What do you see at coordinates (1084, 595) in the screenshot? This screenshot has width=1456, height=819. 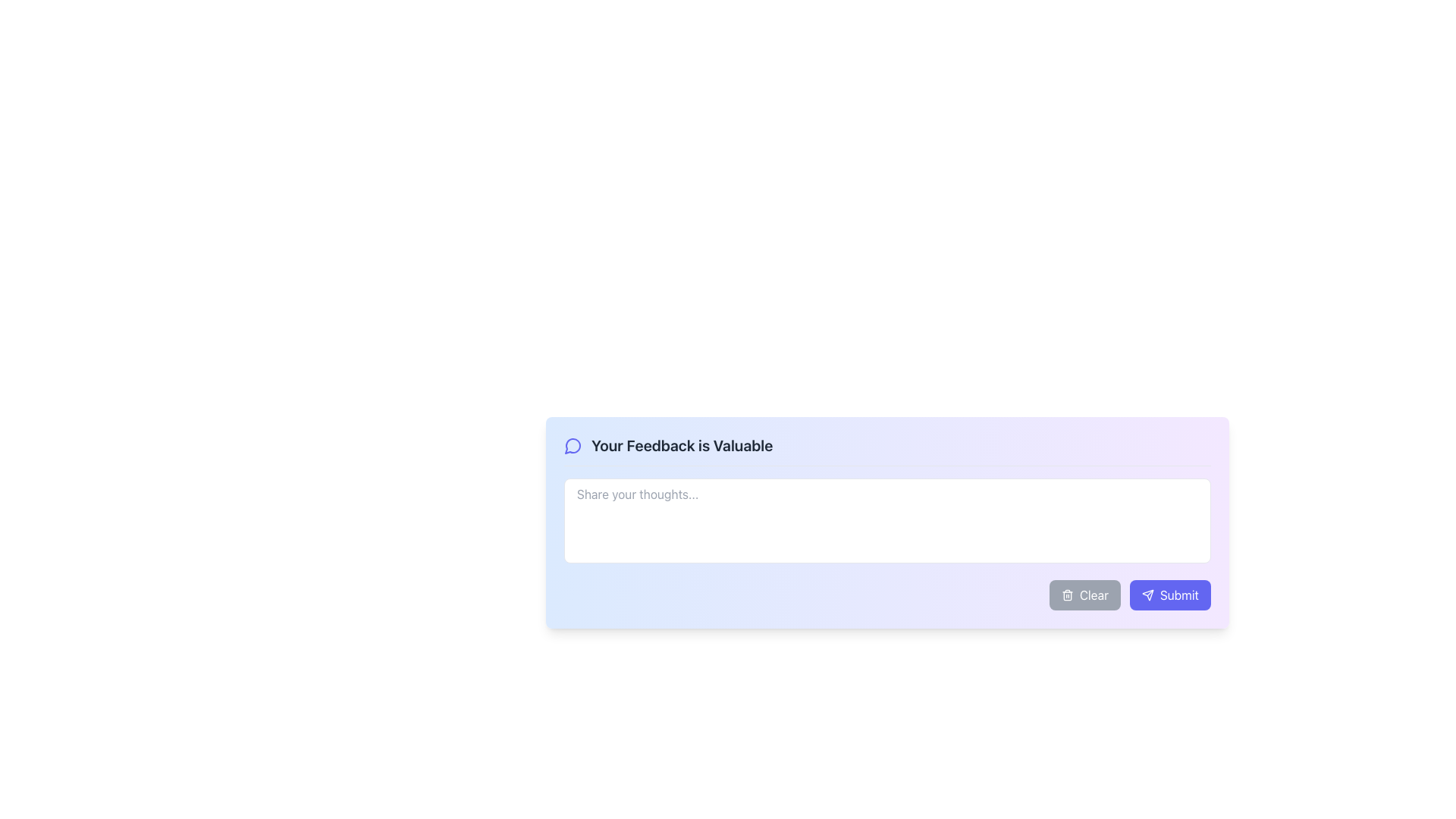 I see `the clear/reset button located in the bottom-right section of the interface, adjacent to the purple 'Submit' button, to change its background color` at bounding box center [1084, 595].